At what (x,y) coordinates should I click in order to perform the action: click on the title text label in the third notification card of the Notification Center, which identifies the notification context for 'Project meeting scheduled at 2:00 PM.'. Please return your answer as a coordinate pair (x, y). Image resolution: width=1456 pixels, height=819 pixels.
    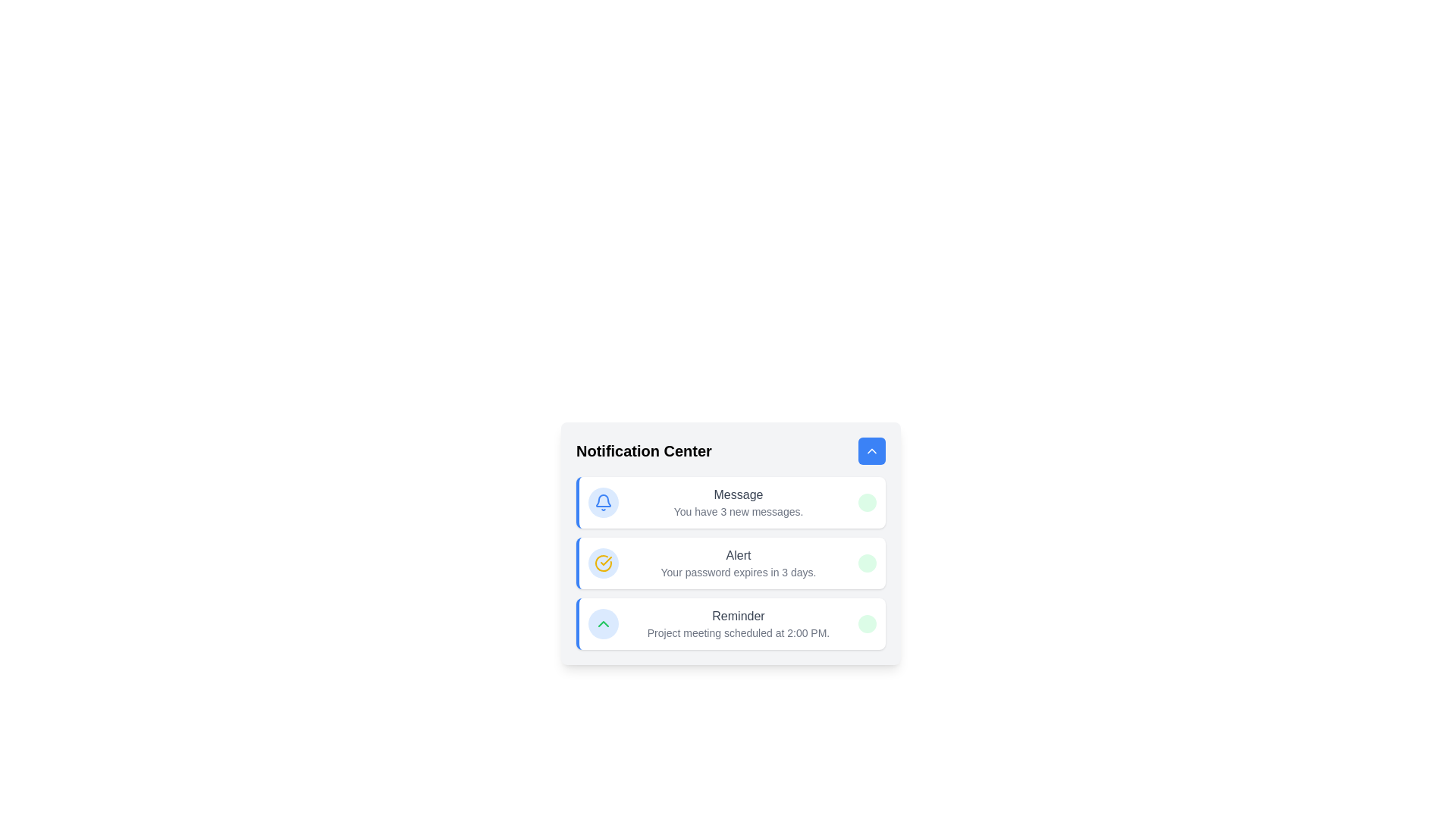
    Looking at the image, I should click on (739, 617).